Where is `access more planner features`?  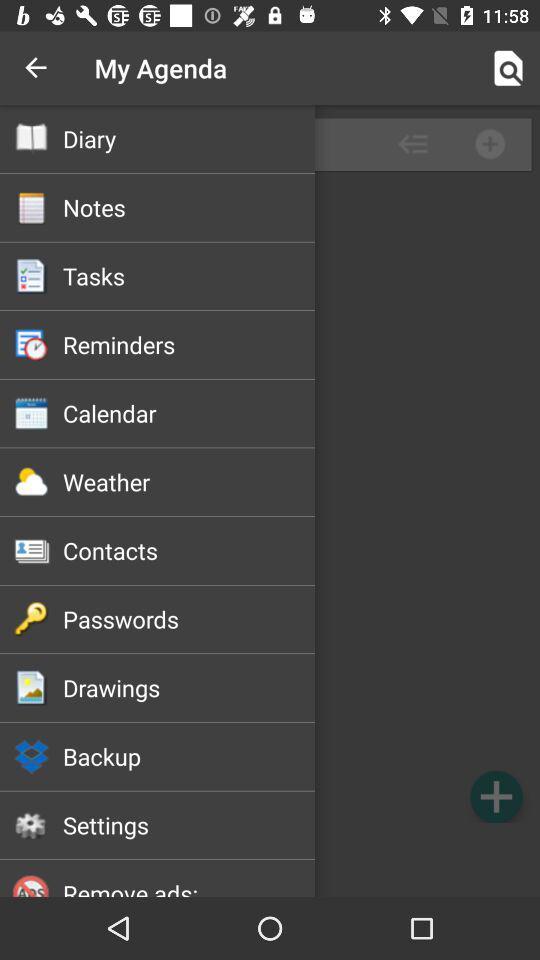
access more planner features is located at coordinates (270, 500).